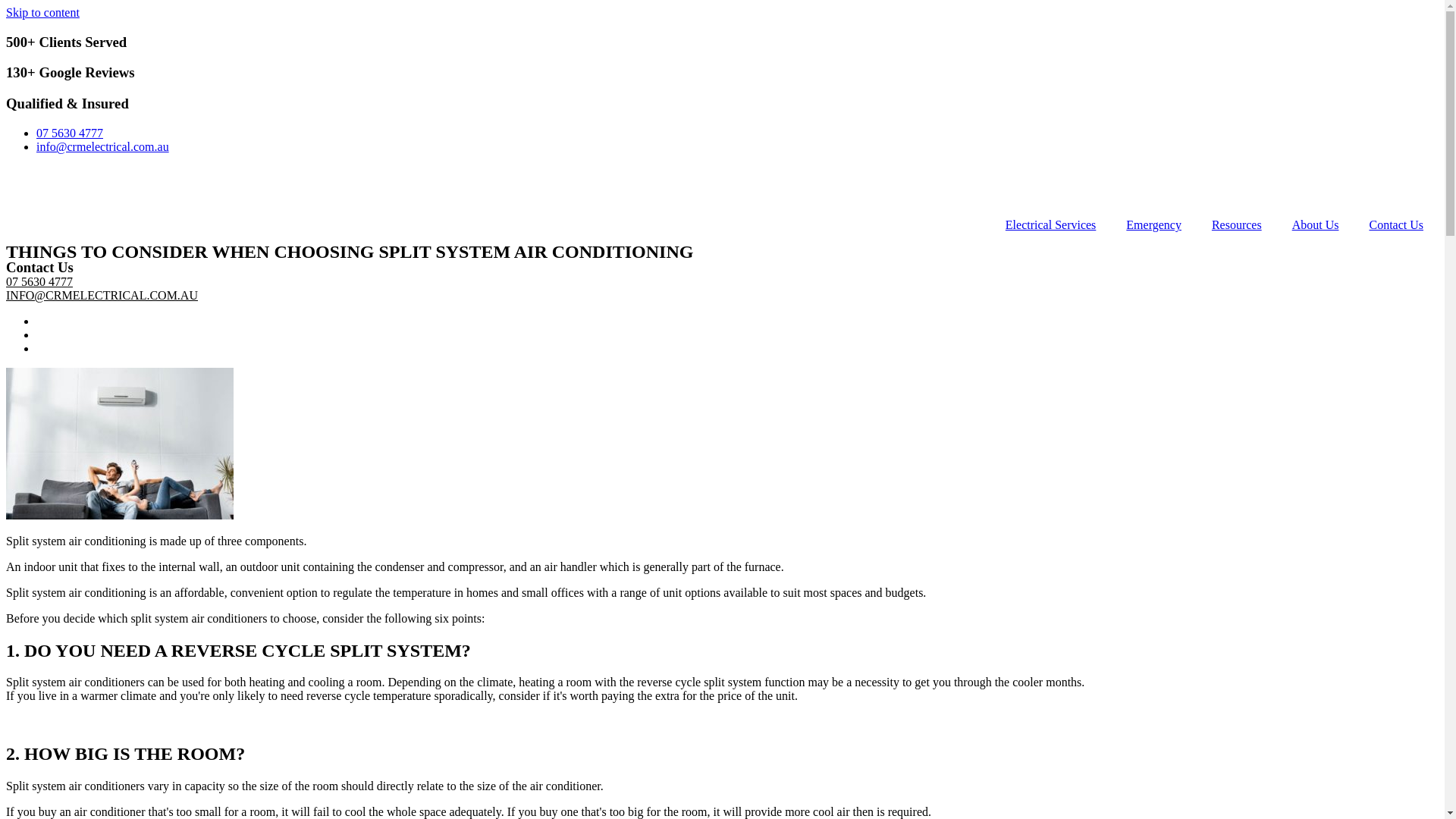 The height and width of the screenshot is (819, 1456). What do you see at coordinates (1314, 225) in the screenshot?
I see `'About Us'` at bounding box center [1314, 225].